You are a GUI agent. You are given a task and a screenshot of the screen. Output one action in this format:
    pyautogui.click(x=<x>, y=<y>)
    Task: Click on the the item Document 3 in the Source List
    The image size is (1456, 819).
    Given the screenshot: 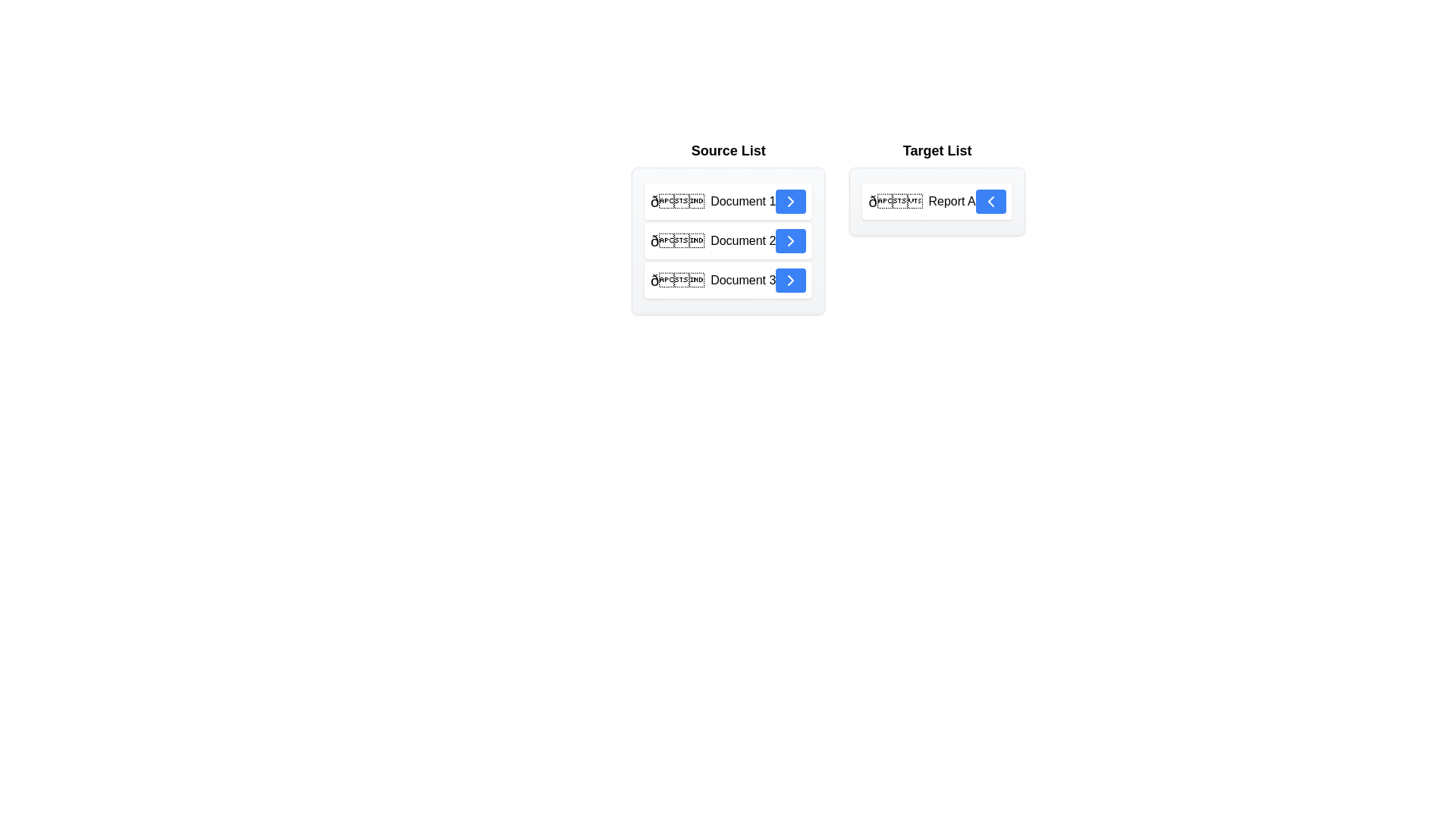 What is the action you would take?
    pyautogui.click(x=728, y=281)
    